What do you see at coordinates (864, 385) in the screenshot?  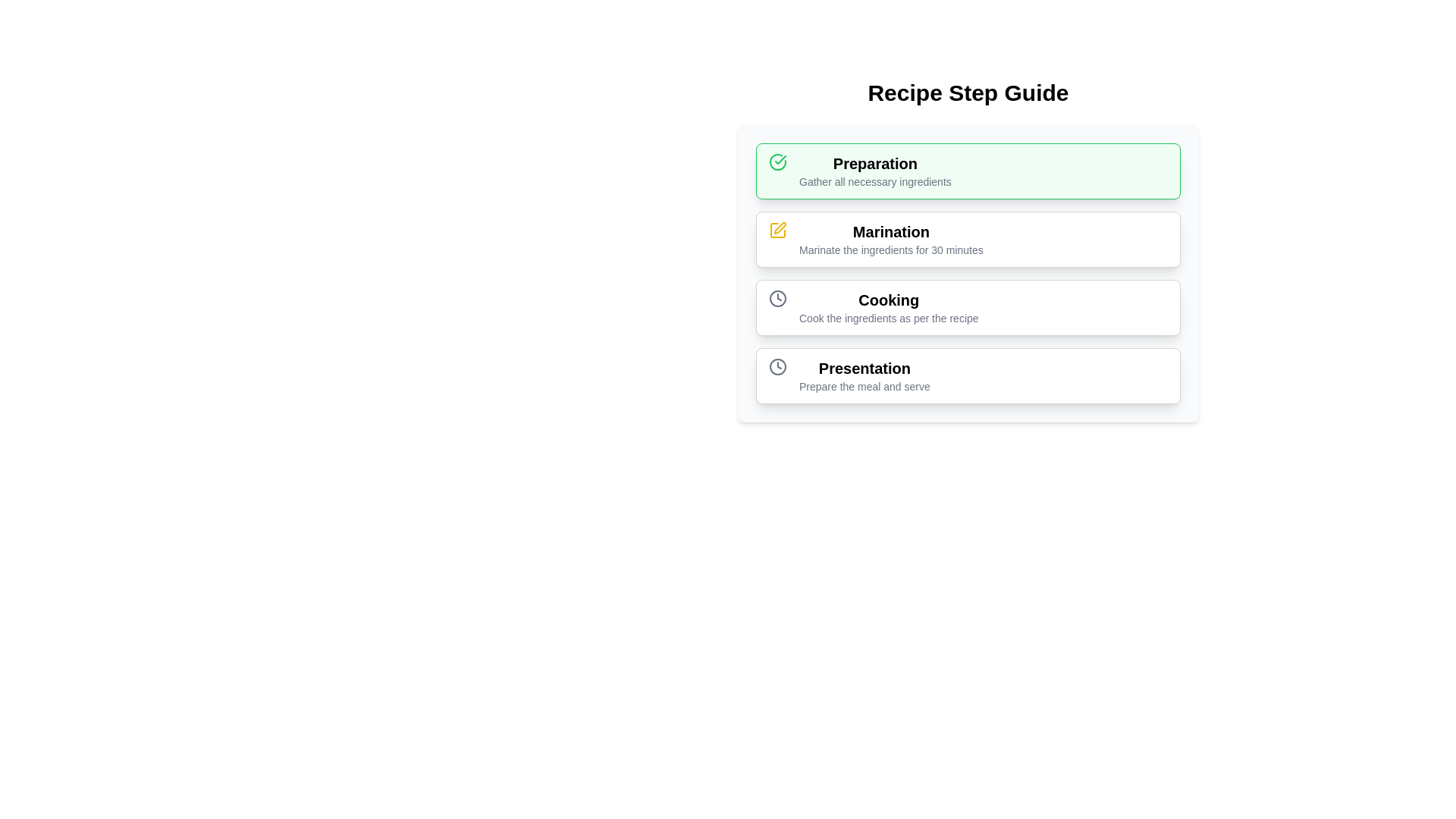 I see `text label that says 'Prepare the meal and serve', which is located directly beneath the 'Presentation' title in the fourth section of the recipe steps` at bounding box center [864, 385].